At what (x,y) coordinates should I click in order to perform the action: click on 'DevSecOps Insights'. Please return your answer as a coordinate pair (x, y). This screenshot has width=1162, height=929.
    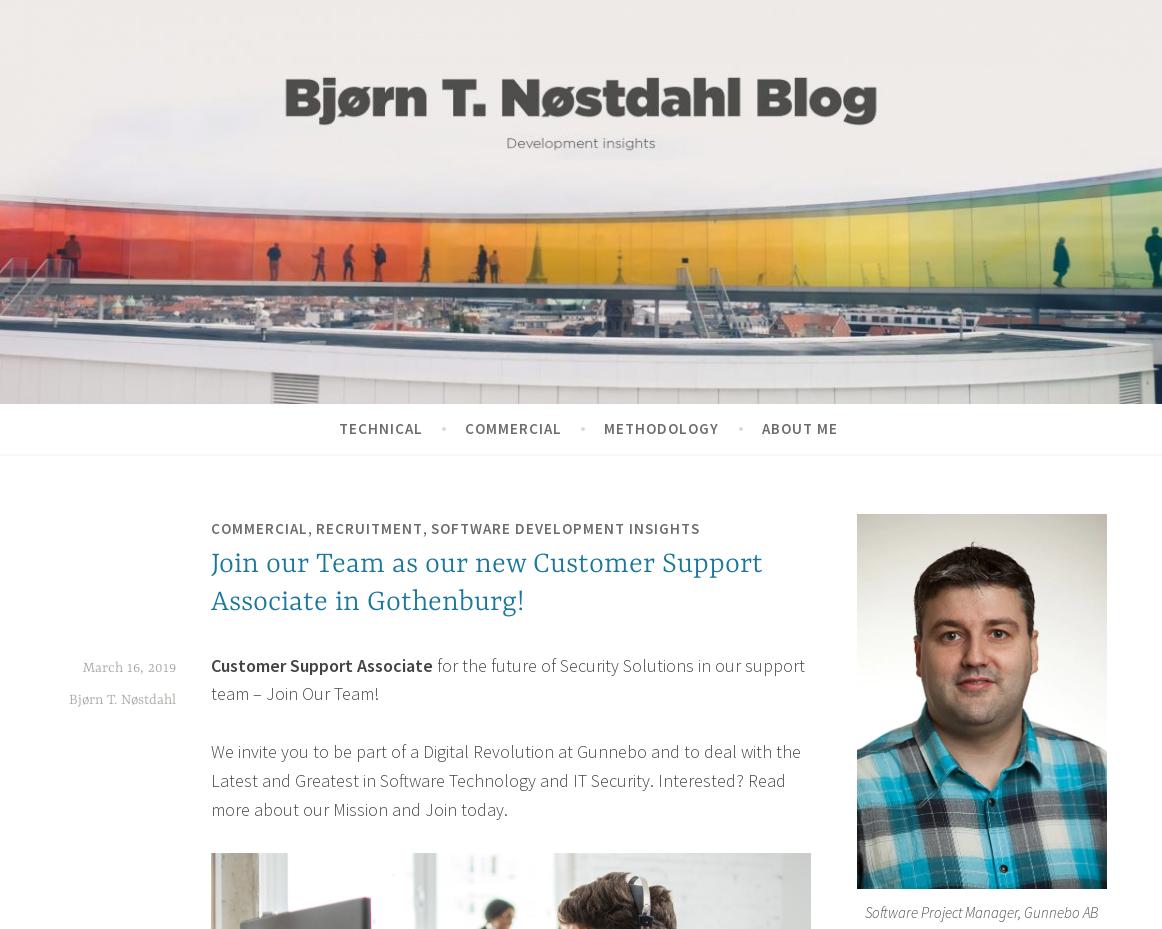
    Looking at the image, I should click on (134, 241).